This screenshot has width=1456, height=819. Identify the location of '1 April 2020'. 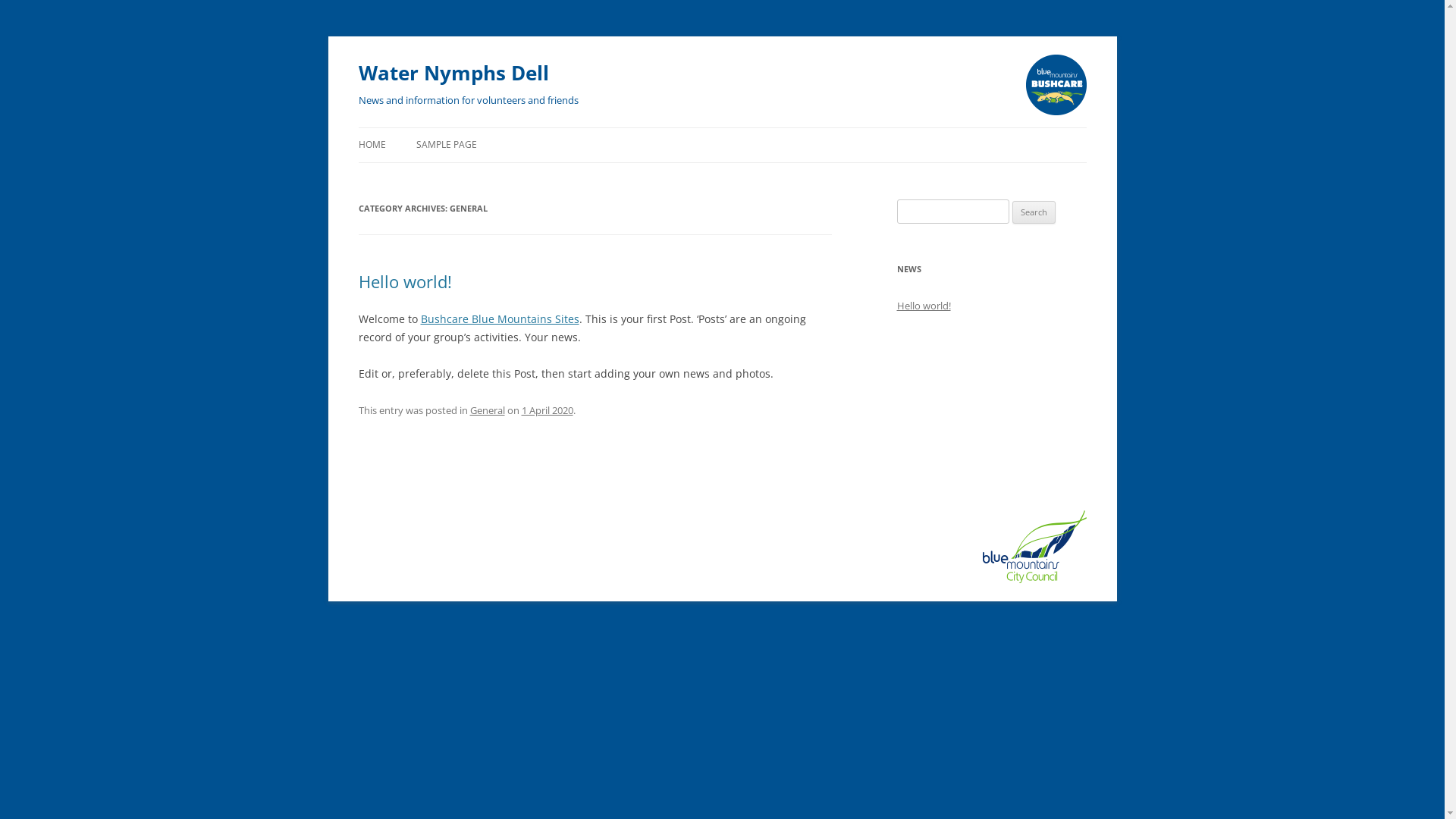
(546, 409).